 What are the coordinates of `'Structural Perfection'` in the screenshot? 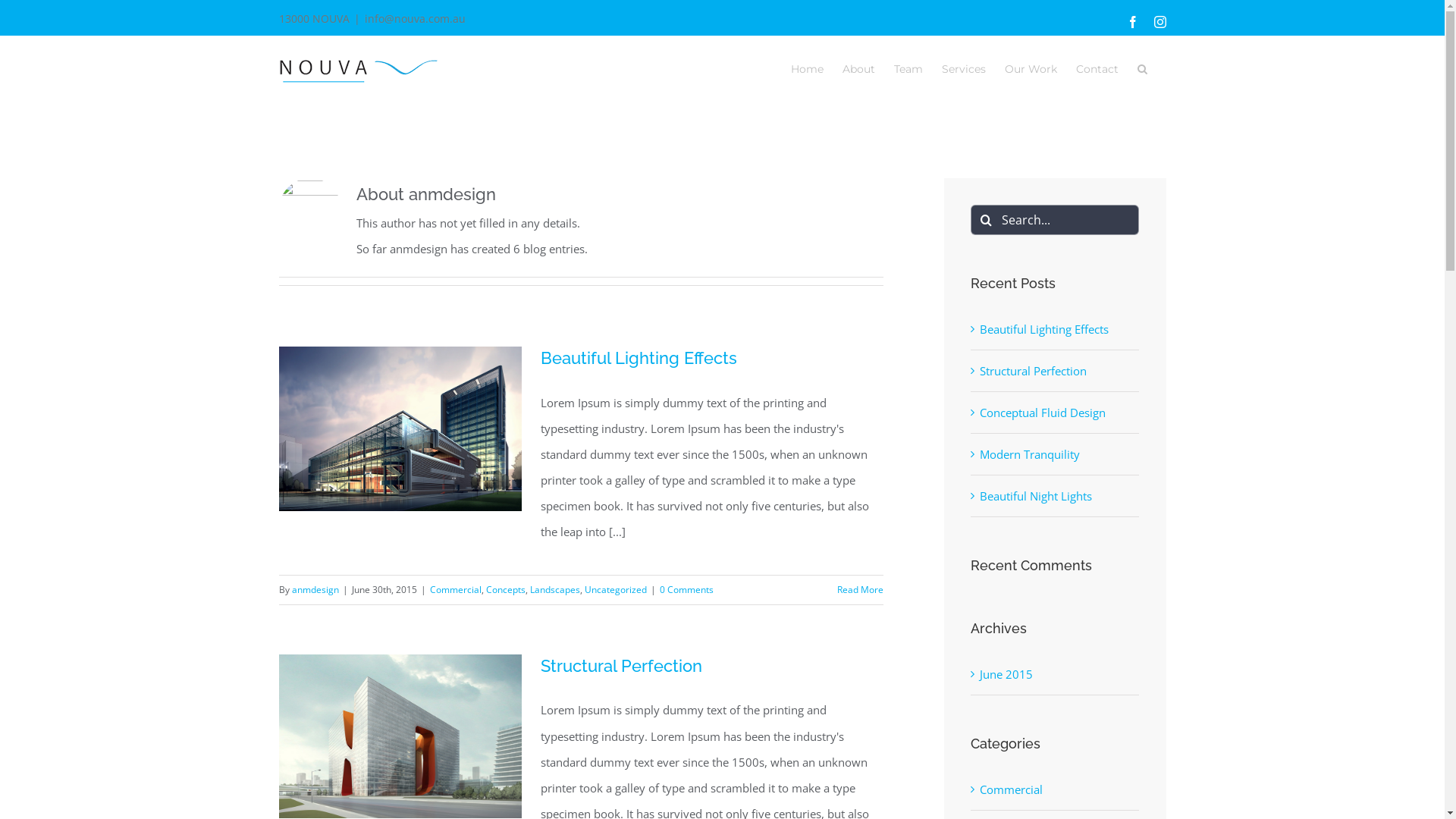 It's located at (620, 665).